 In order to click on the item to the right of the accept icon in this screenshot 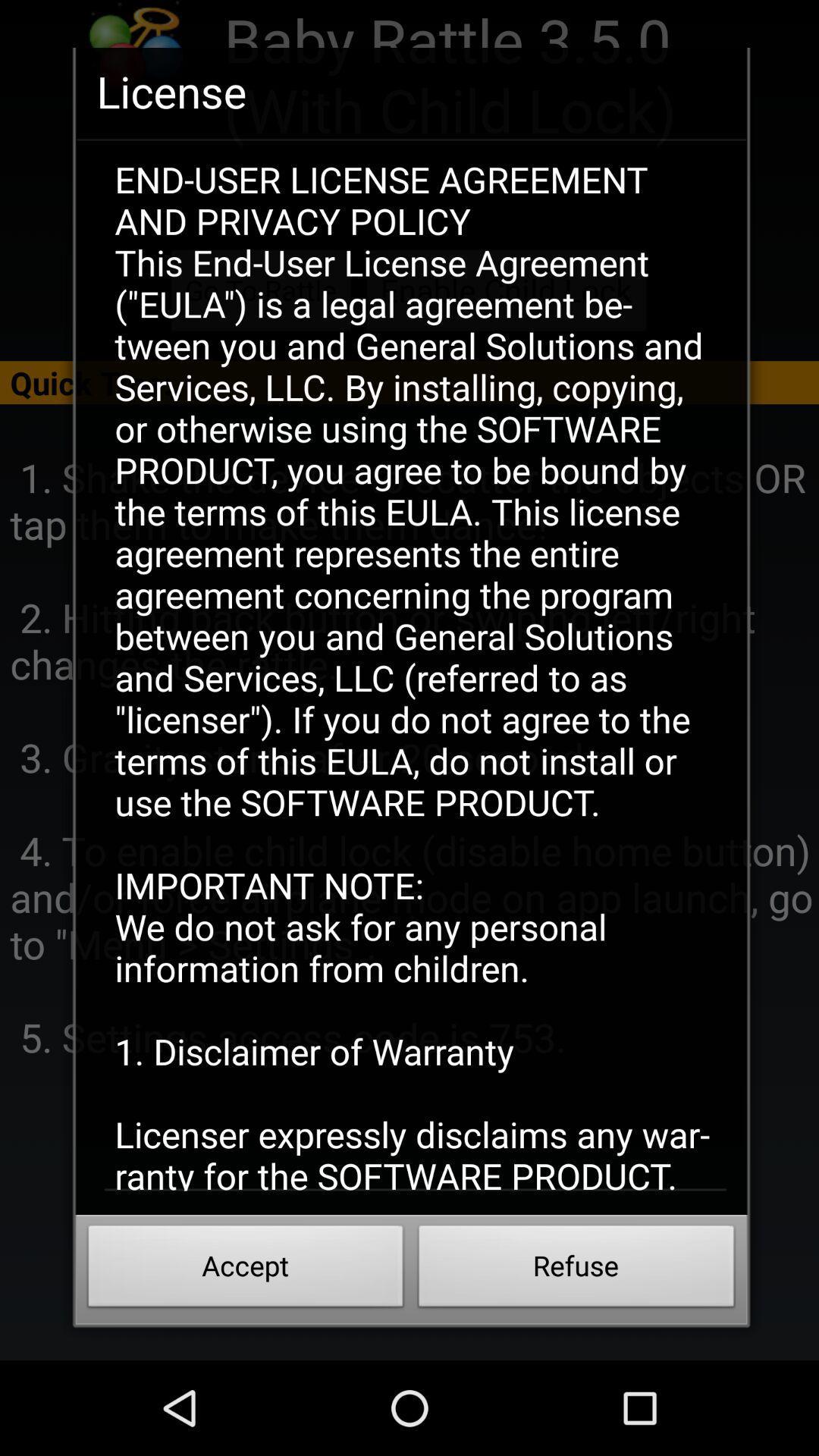, I will do `click(576, 1270)`.